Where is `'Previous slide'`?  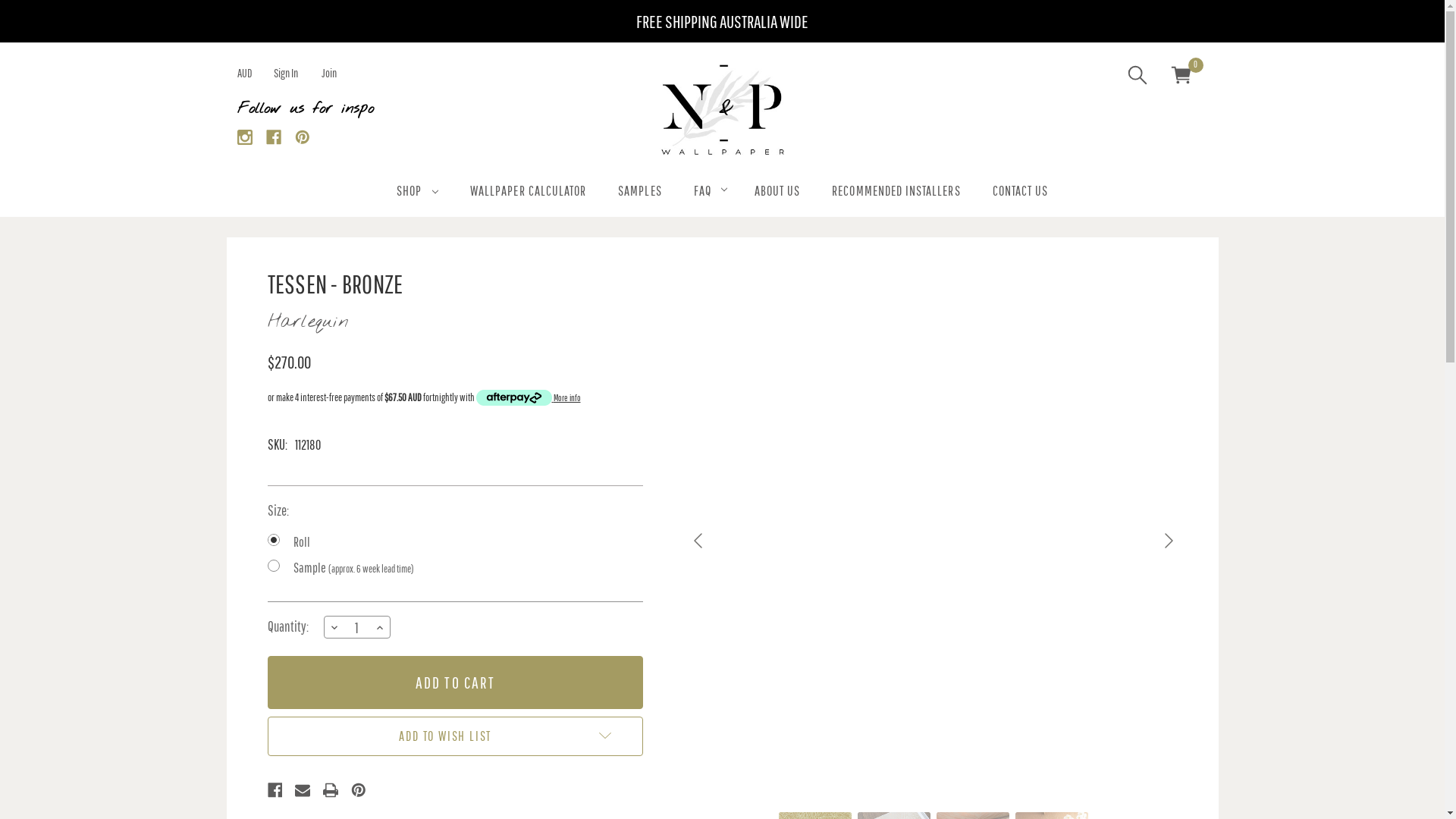 'Previous slide' is located at coordinates (698, 540).